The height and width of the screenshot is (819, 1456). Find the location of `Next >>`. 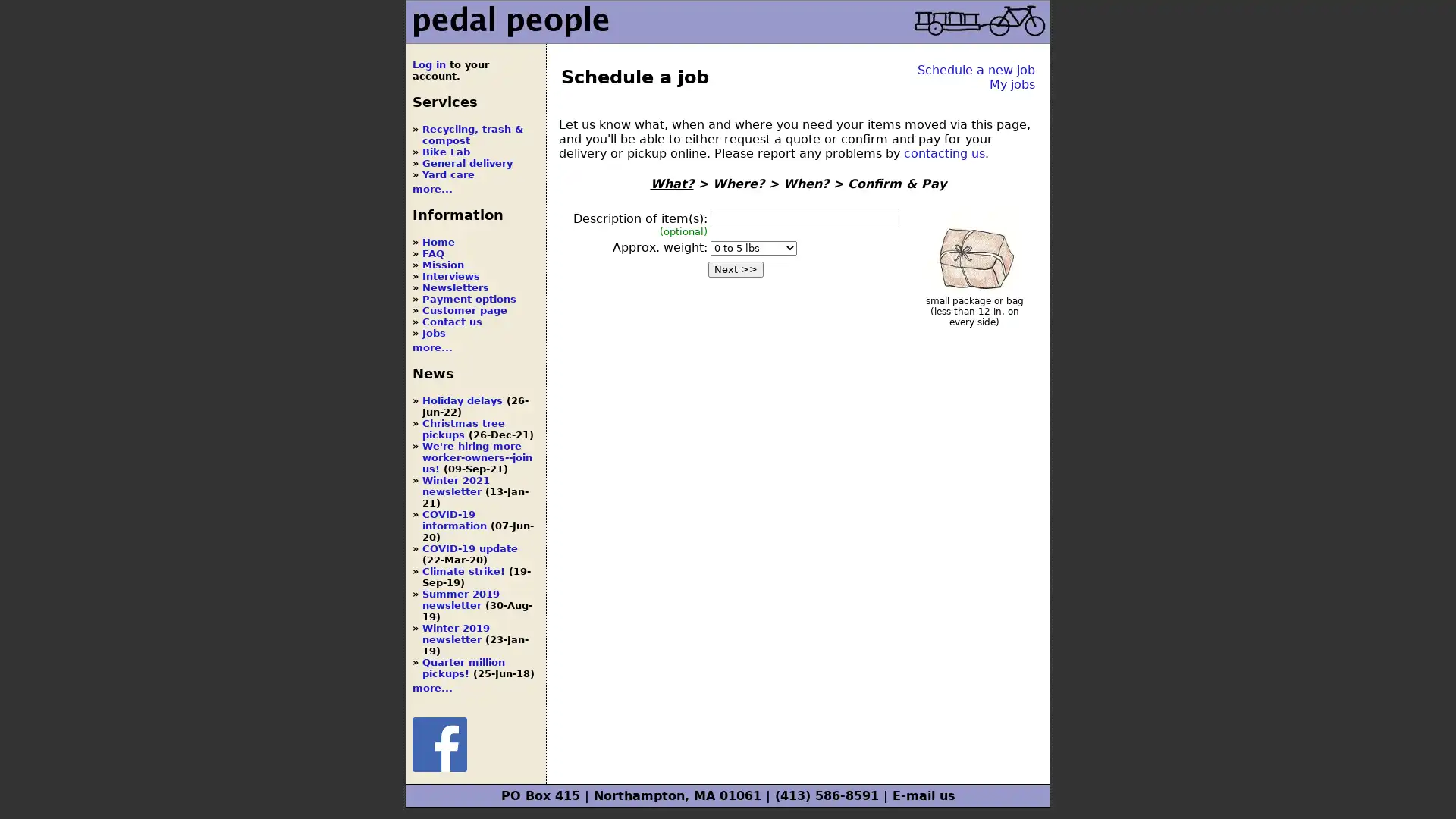

Next >> is located at coordinates (736, 268).